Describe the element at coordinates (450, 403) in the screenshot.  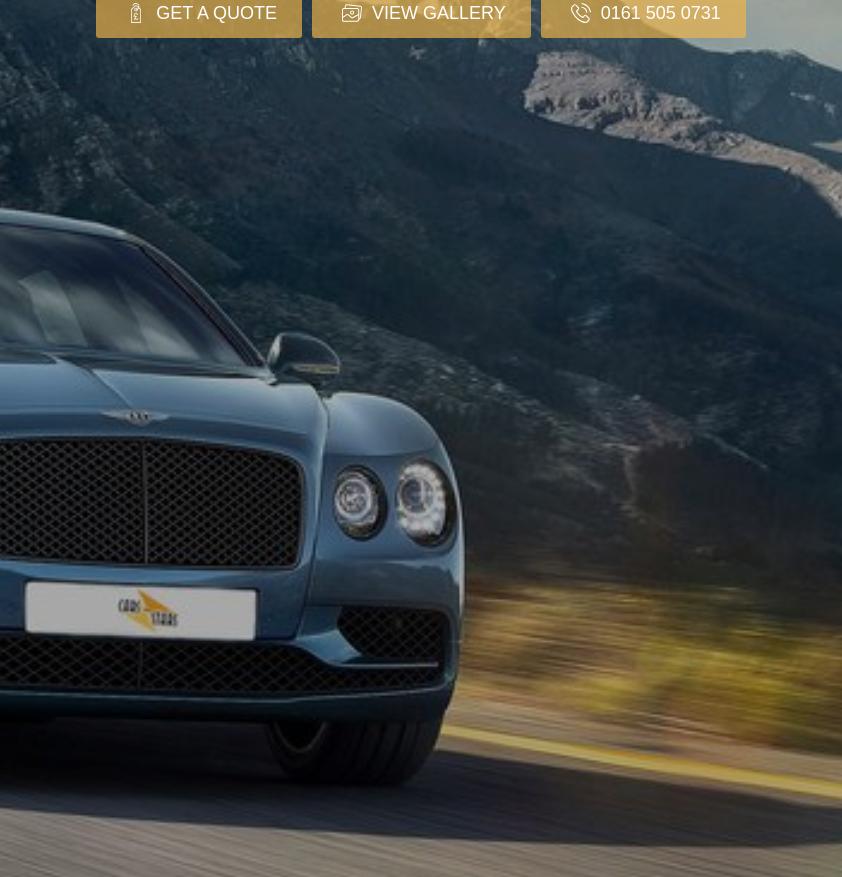
I see `'airport transfer'` at that location.